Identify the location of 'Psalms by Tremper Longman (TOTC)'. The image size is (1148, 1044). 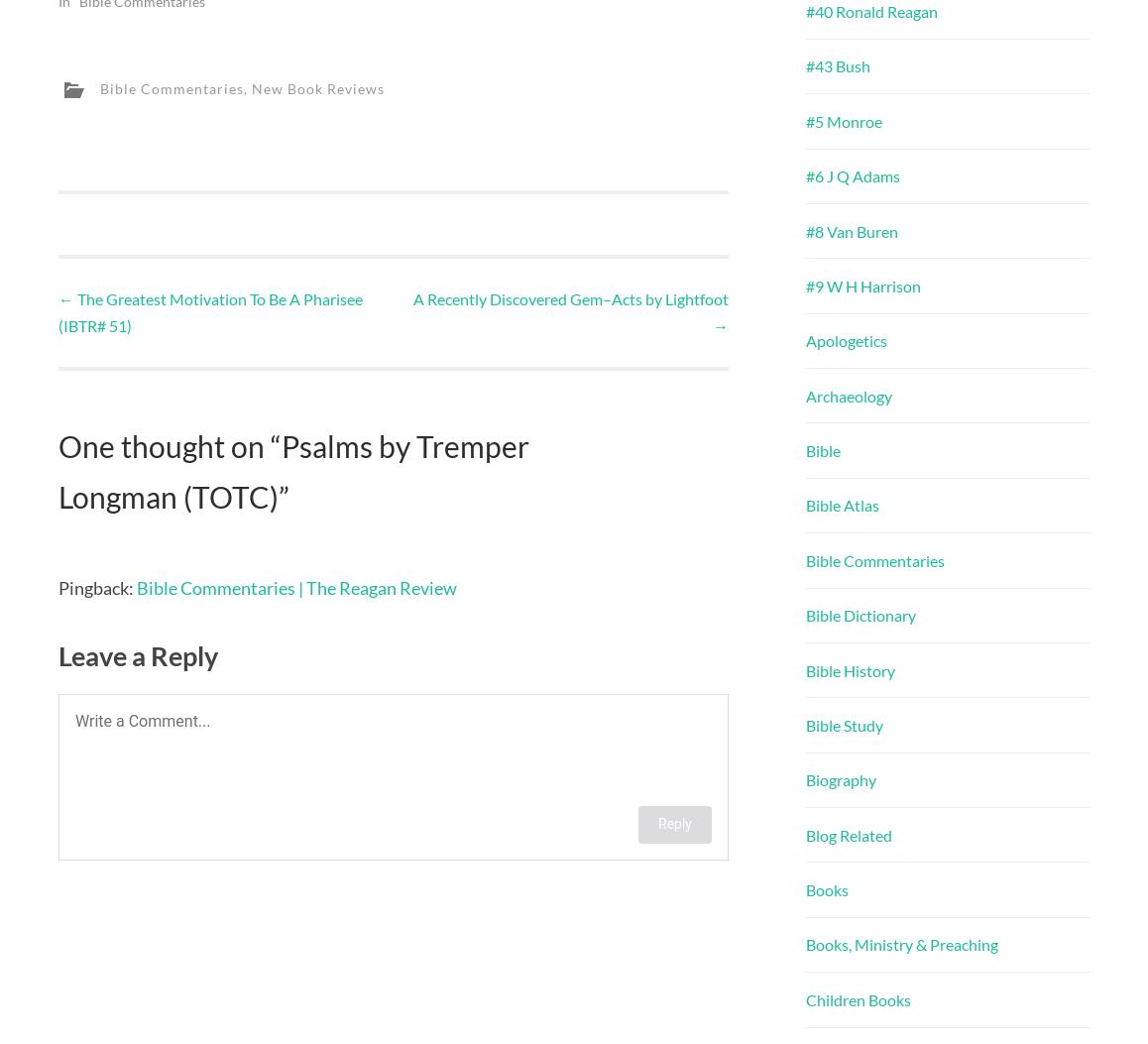
(293, 469).